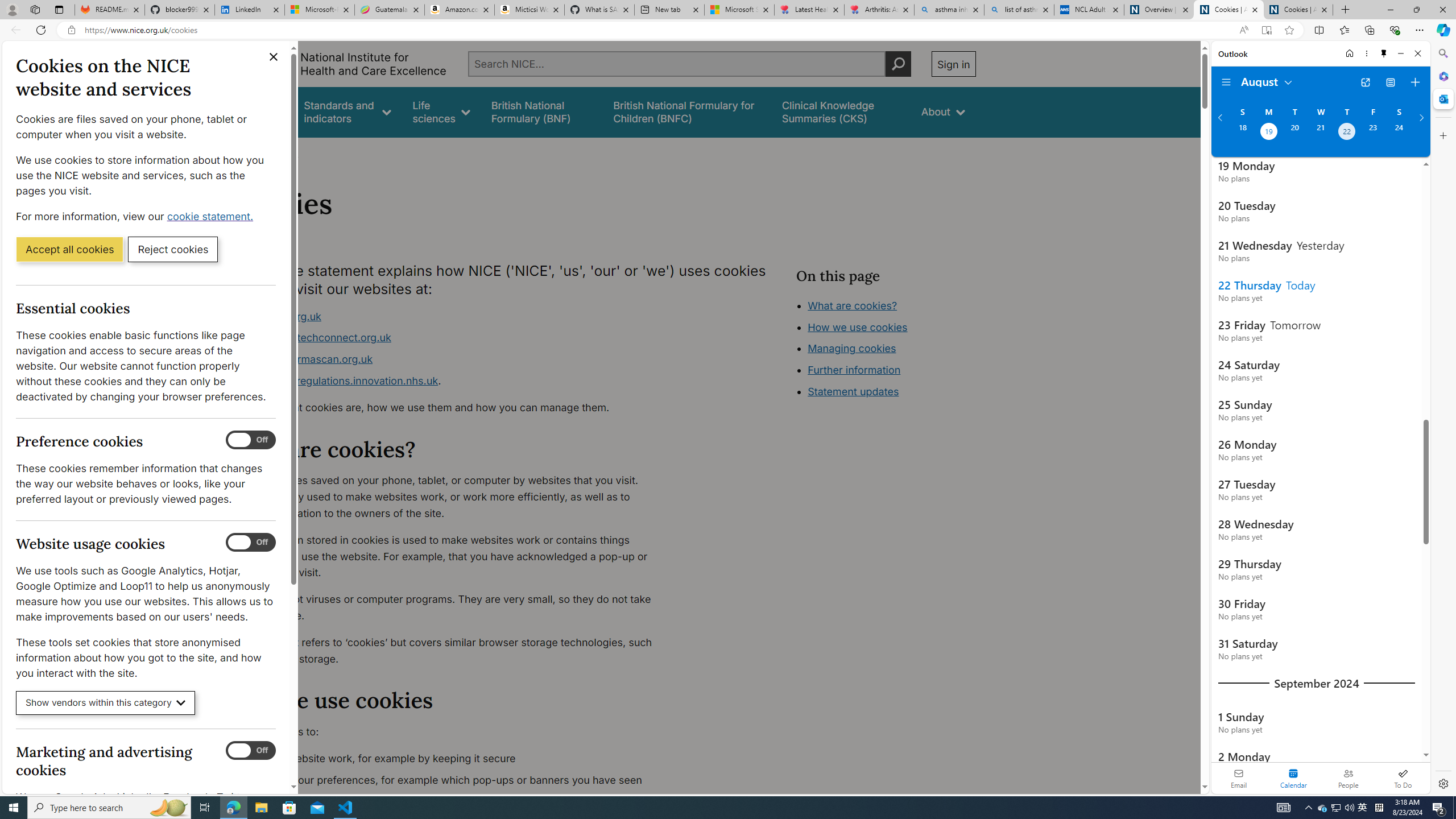 The width and height of the screenshot is (1456, 819). I want to click on 'To Do', so click(1403, 777).